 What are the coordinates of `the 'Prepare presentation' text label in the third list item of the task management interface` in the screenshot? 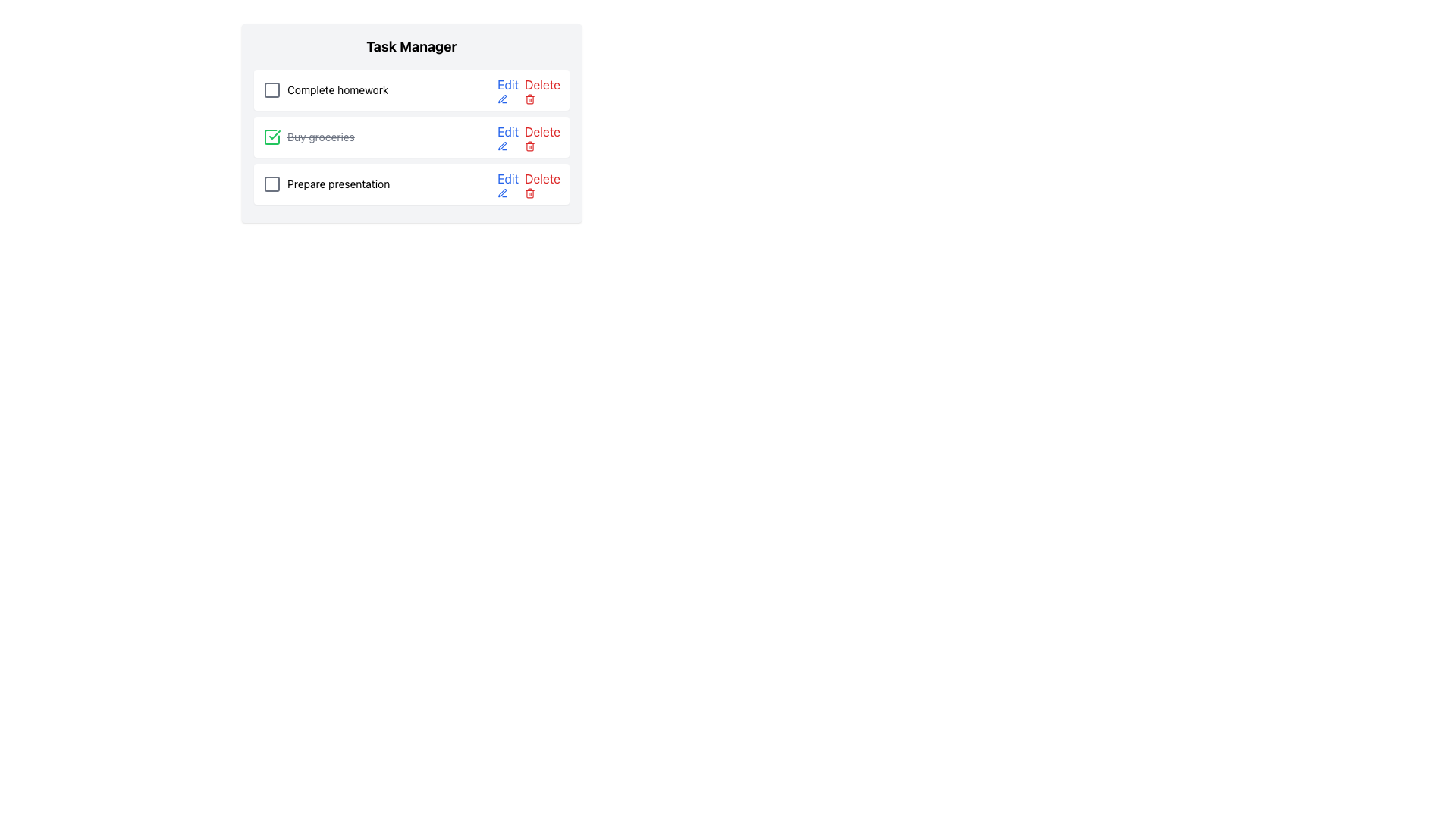 It's located at (337, 184).